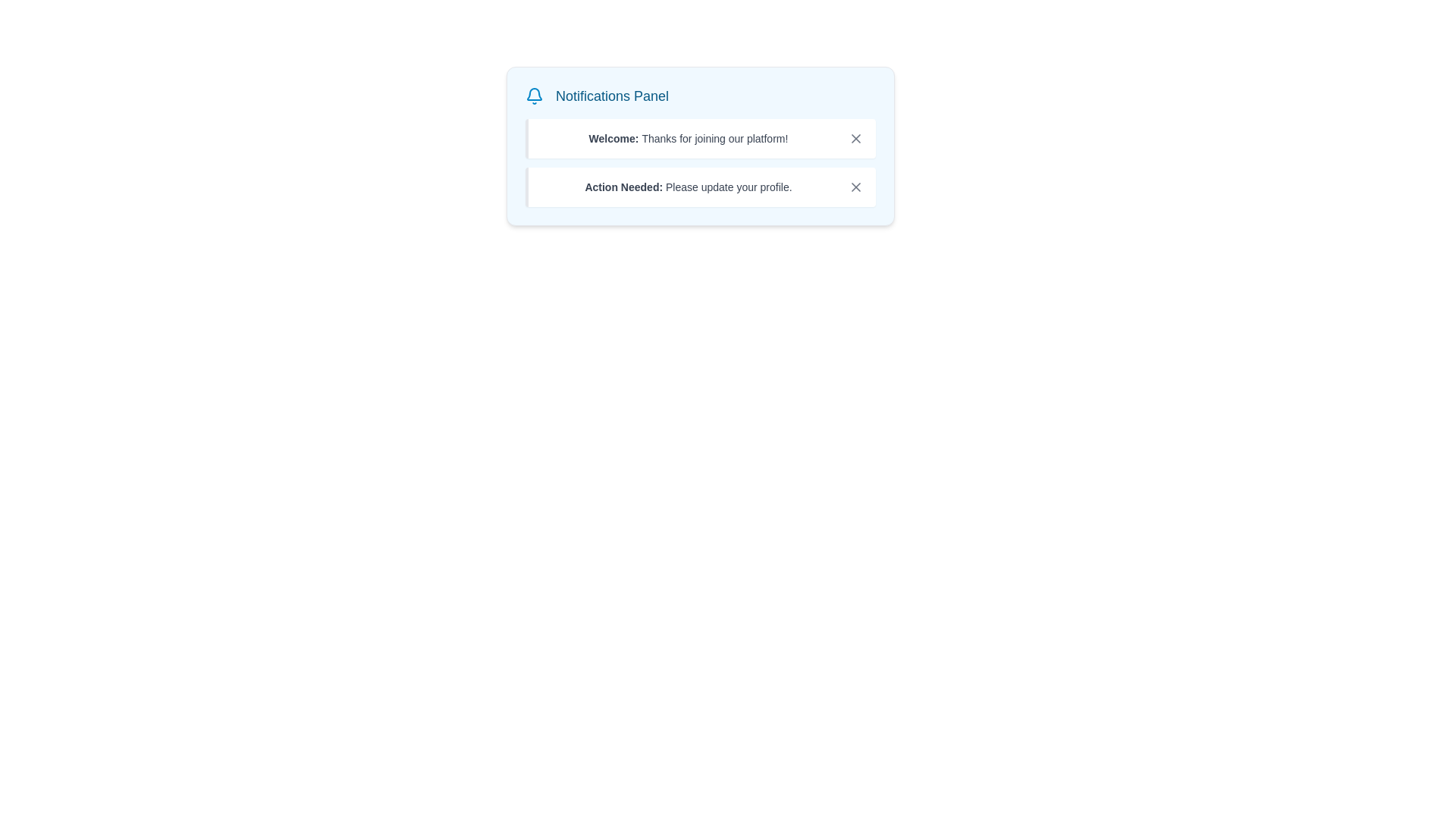 This screenshot has height=819, width=1456. I want to click on the text label that greets the user and introduces the subsequent content in the Notifications Panel, located at the top-central area of the interface, so click(615, 138).